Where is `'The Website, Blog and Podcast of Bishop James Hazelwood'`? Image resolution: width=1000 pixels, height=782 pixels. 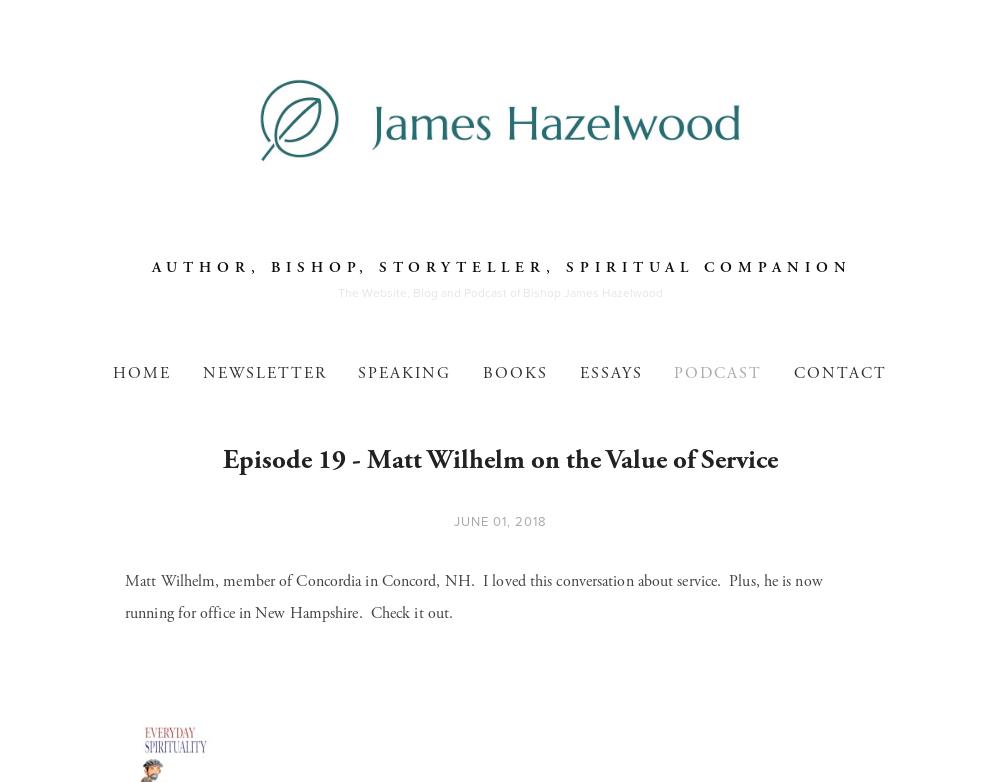
'The Website, Blog and Podcast of Bishop James Hazelwood' is located at coordinates (498, 292).